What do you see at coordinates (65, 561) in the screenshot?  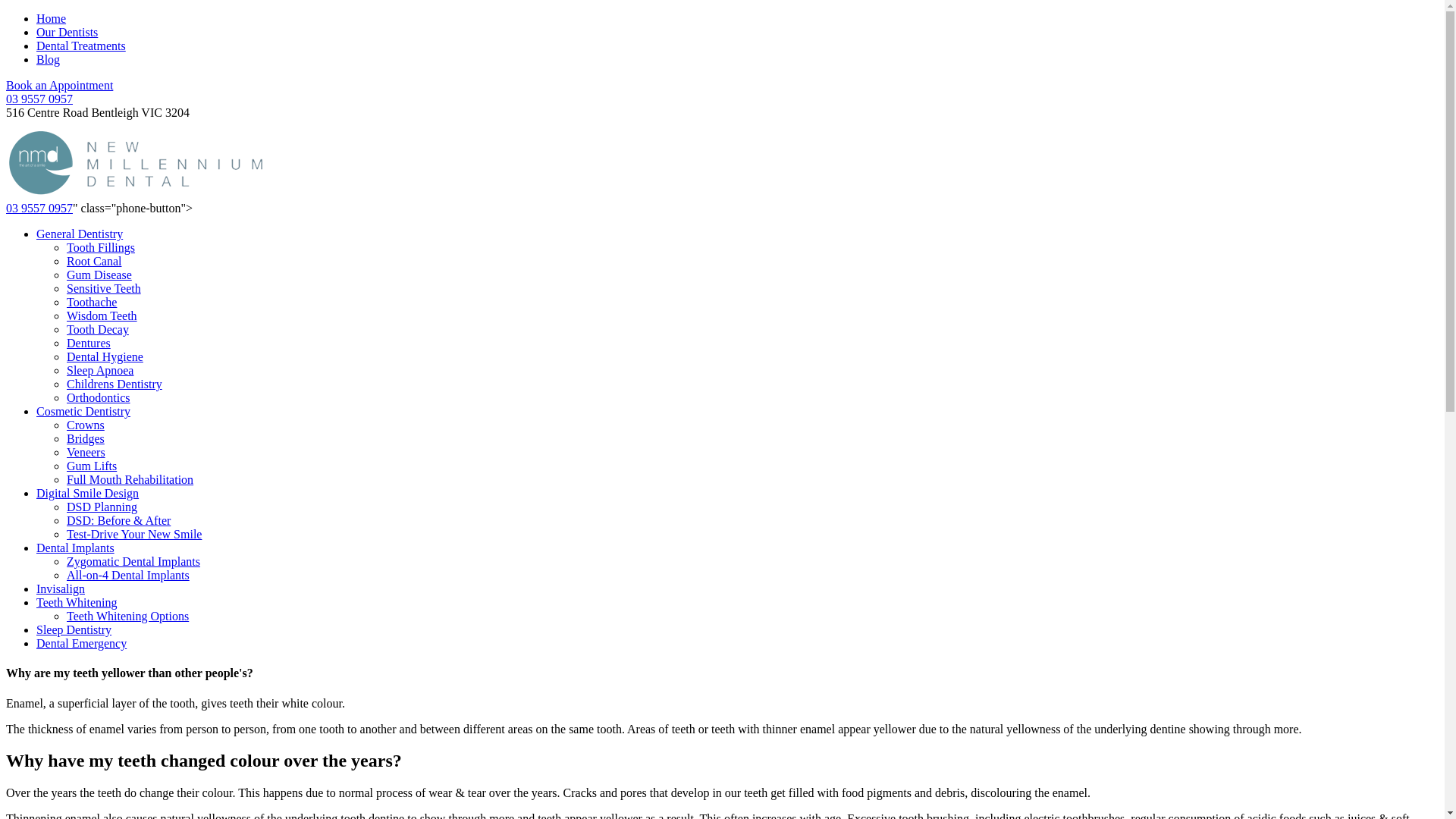 I see `'Zygomatic Dental Implants'` at bounding box center [65, 561].